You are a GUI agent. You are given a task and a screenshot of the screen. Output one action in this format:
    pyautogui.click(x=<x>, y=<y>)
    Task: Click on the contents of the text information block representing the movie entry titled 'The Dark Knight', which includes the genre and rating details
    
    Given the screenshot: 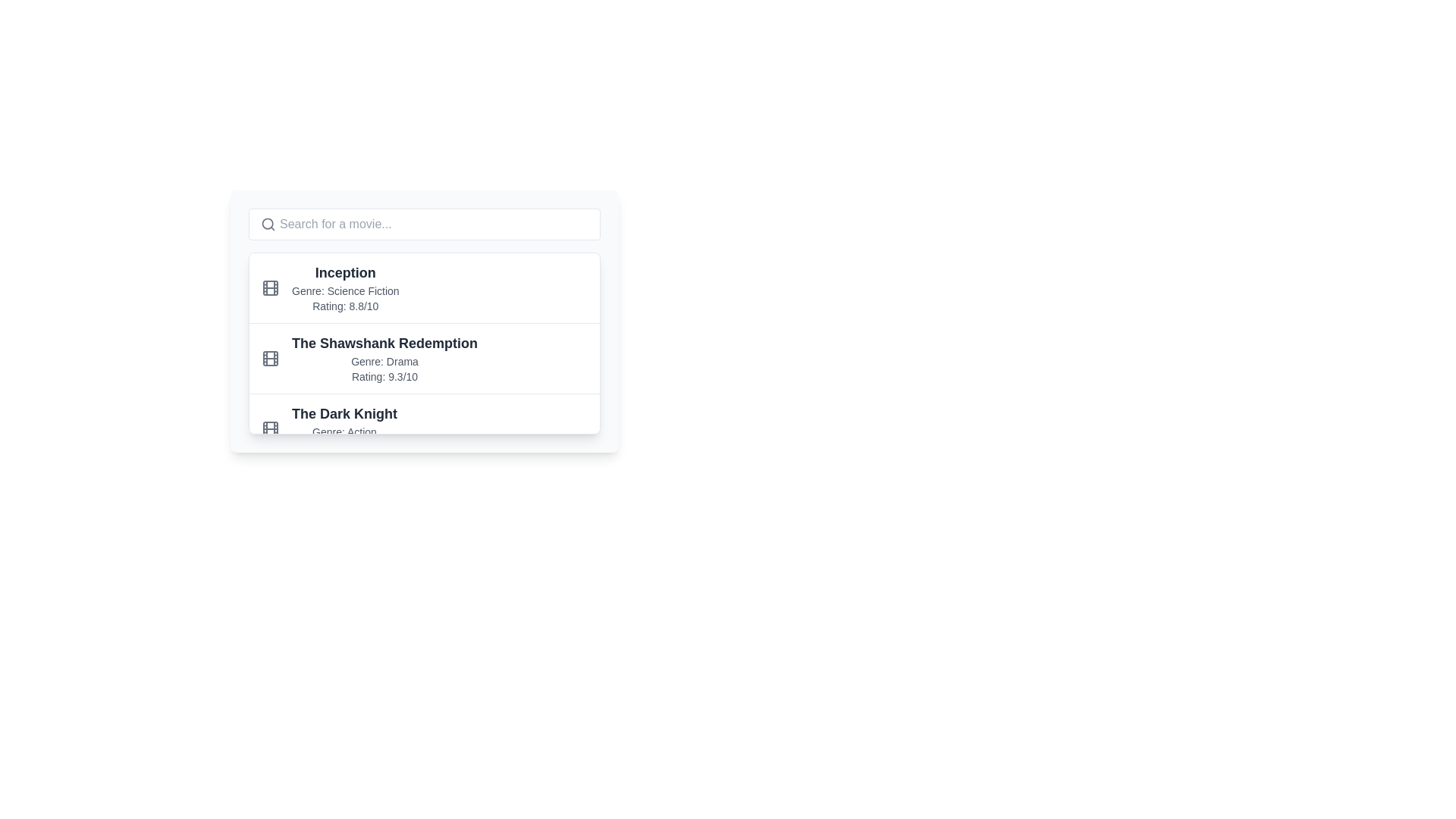 What is the action you would take?
    pyautogui.click(x=344, y=429)
    